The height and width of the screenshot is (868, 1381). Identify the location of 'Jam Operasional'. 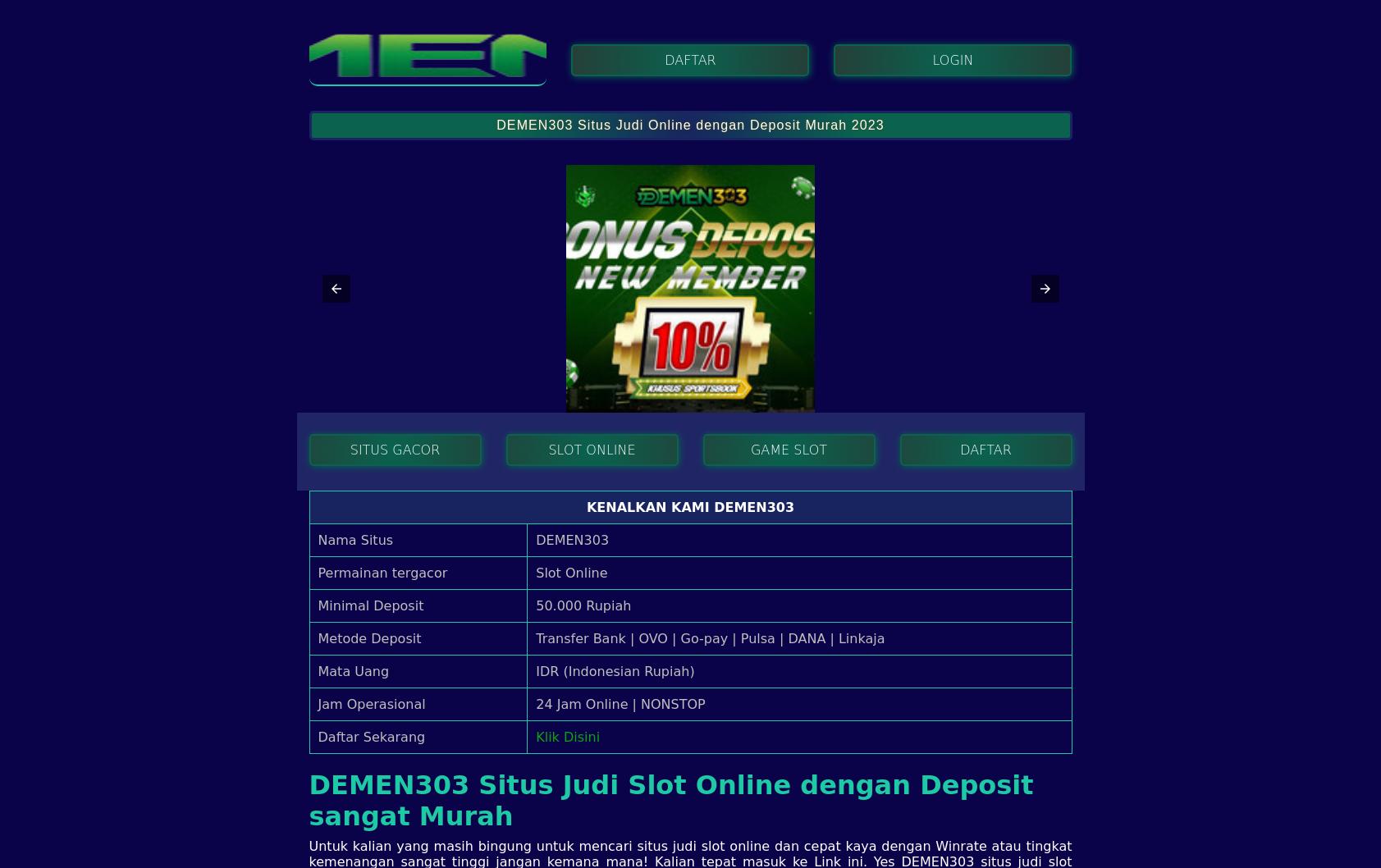
(371, 702).